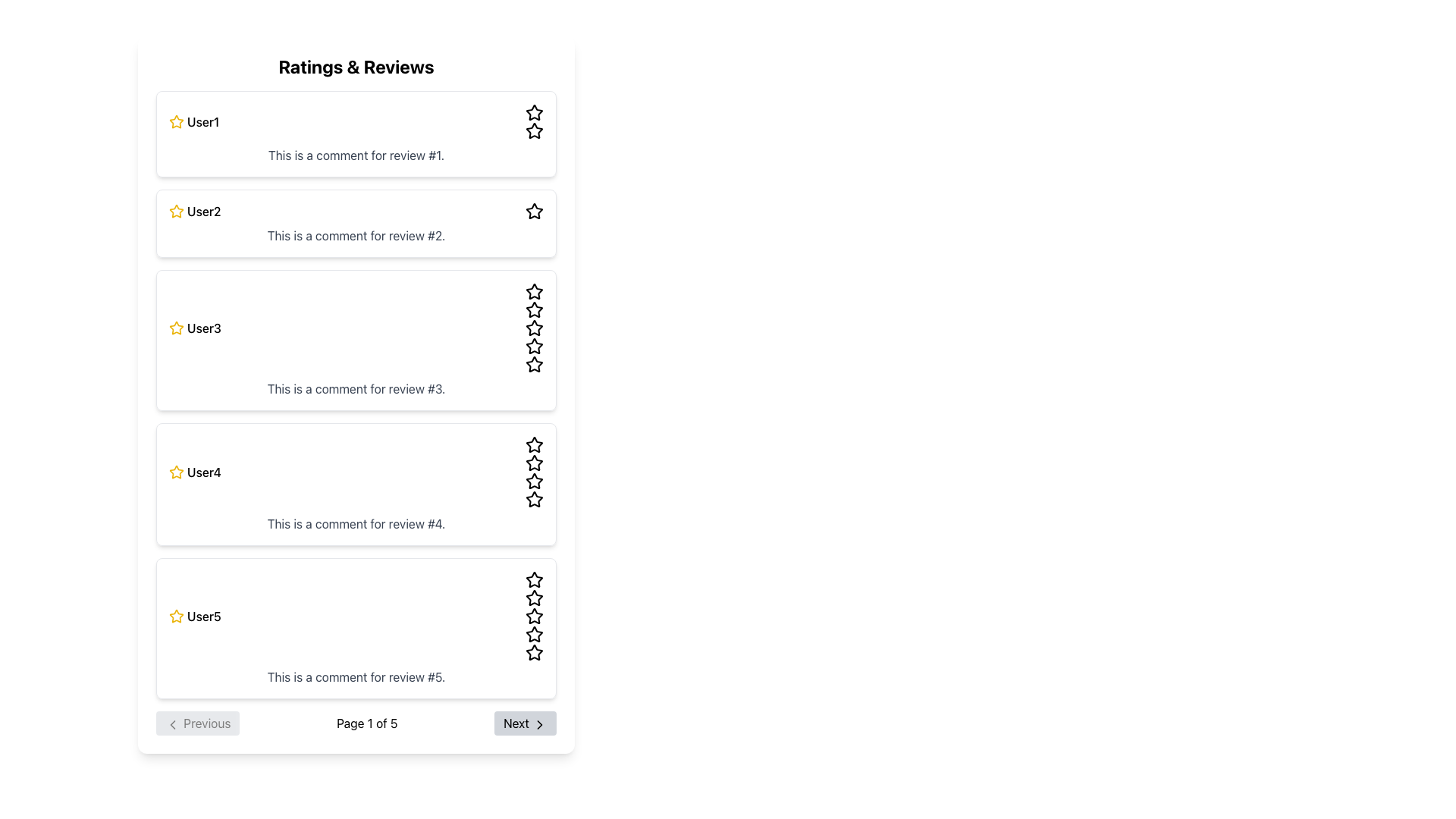 Image resolution: width=1456 pixels, height=819 pixels. Describe the element at coordinates (177, 121) in the screenshot. I see `the first yellow star icon in the rating widget next to 'User1' to rate it` at that location.